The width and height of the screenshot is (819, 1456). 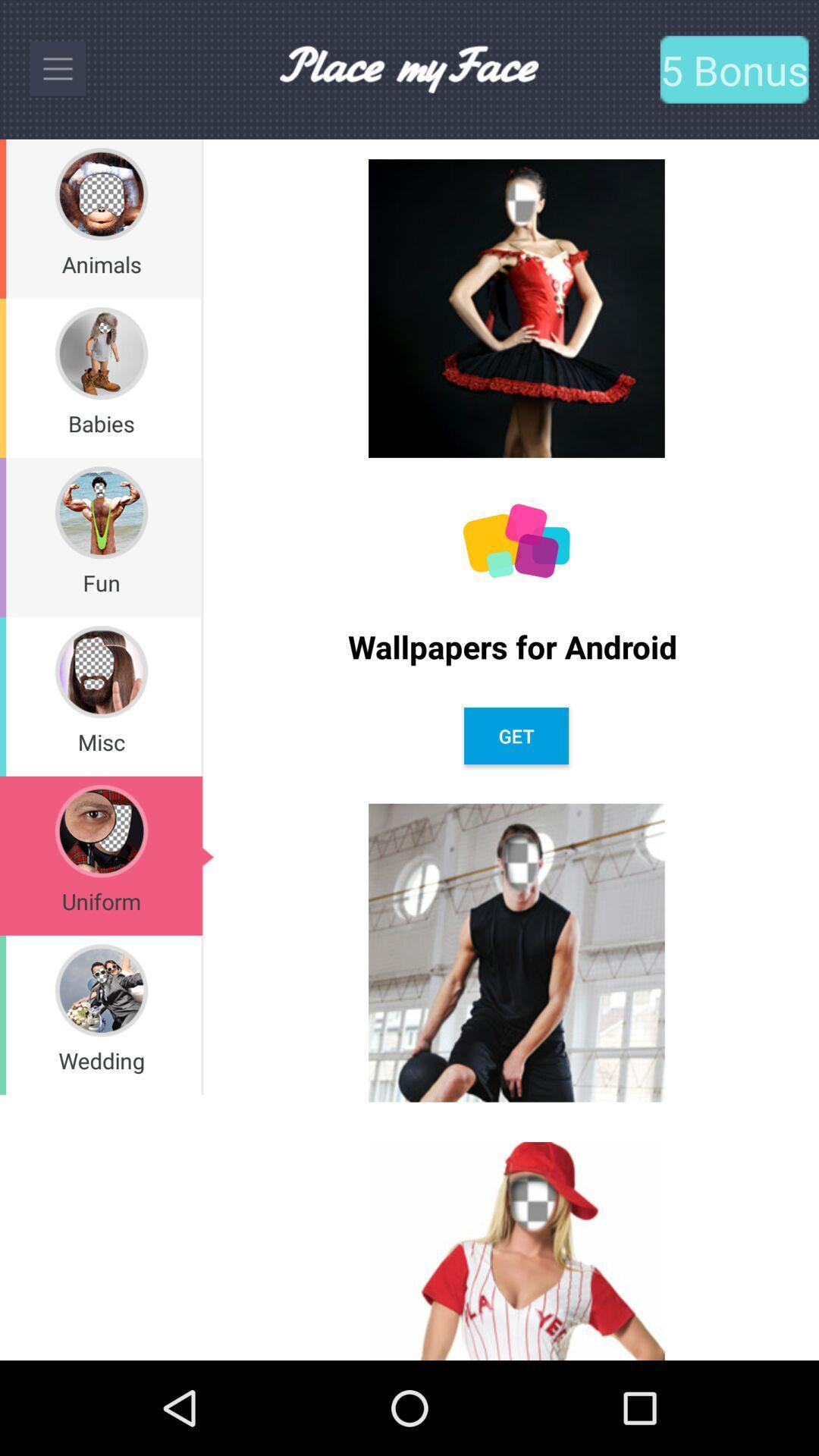 What do you see at coordinates (101, 742) in the screenshot?
I see `the misc` at bounding box center [101, 742].